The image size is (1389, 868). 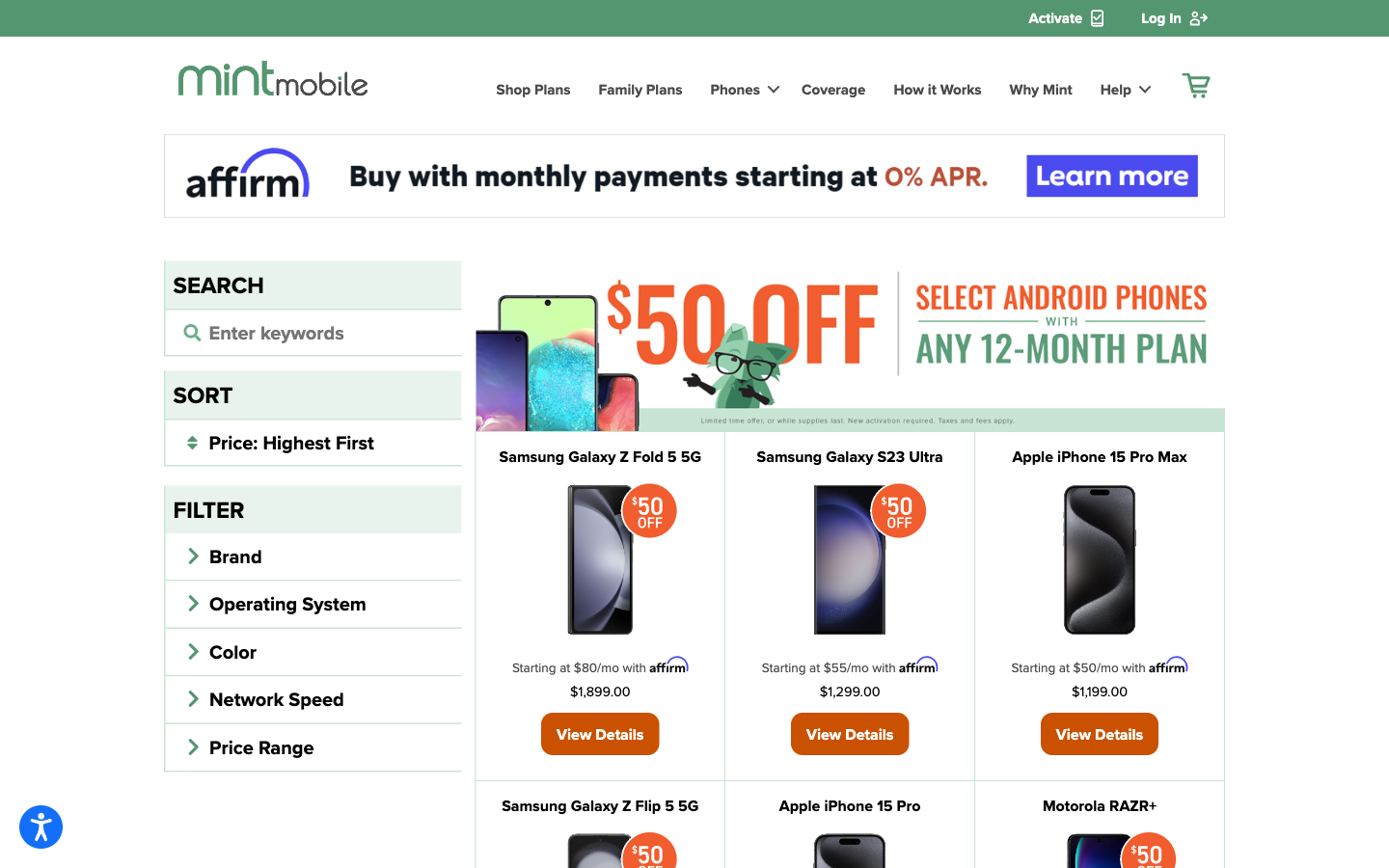 What do you see at coordinates (313, 331) in the screenshot?
I see `Retrieve all Samsung phone listings` at bounding box center [313, 331].